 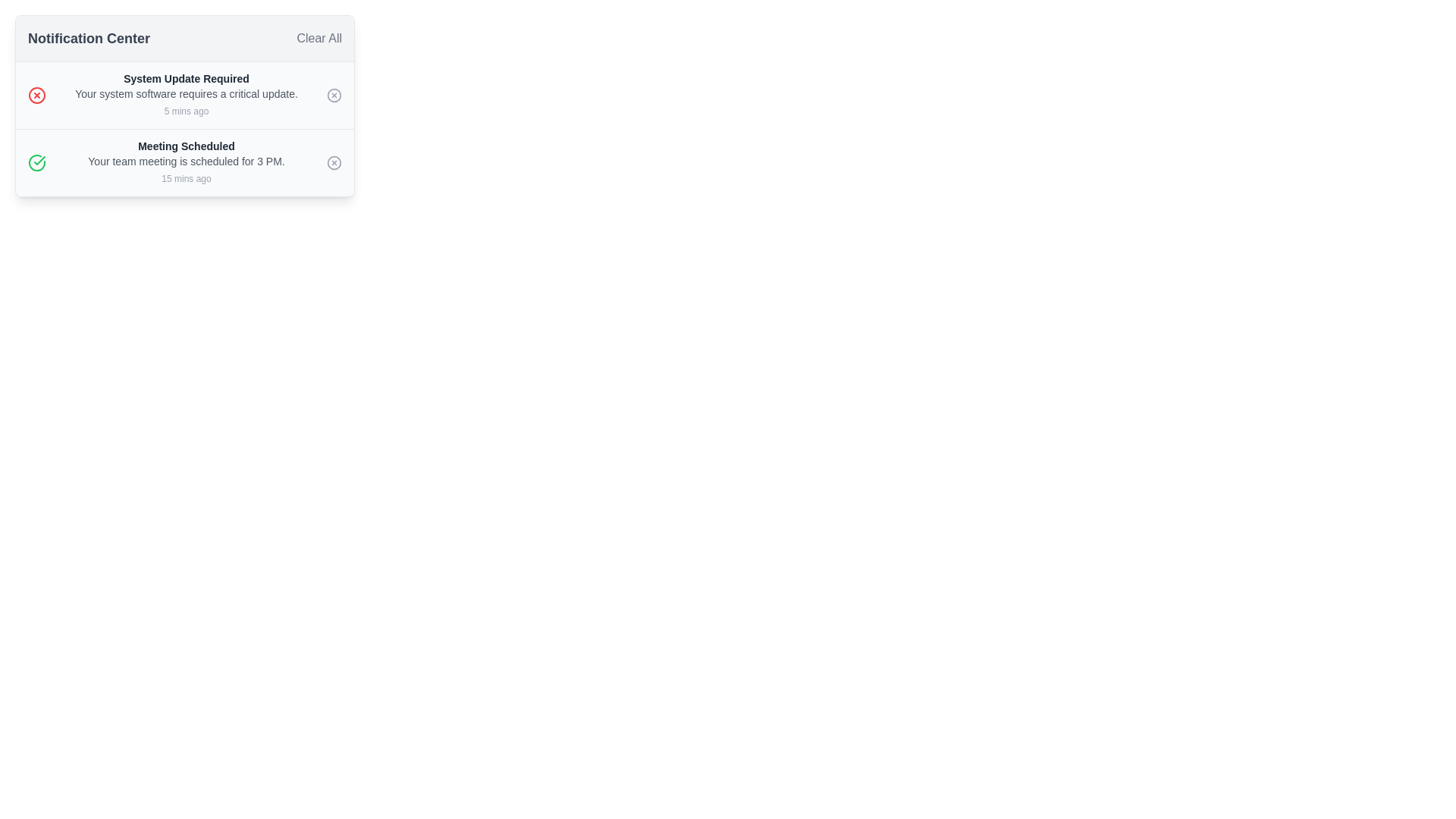 What do you see at coordinates (36, 96) in the screenshot?
I see `the alert or error icon located in the top-left section of the notification list, which is the first icon in the first notification item` at bounding box center [36, 96].